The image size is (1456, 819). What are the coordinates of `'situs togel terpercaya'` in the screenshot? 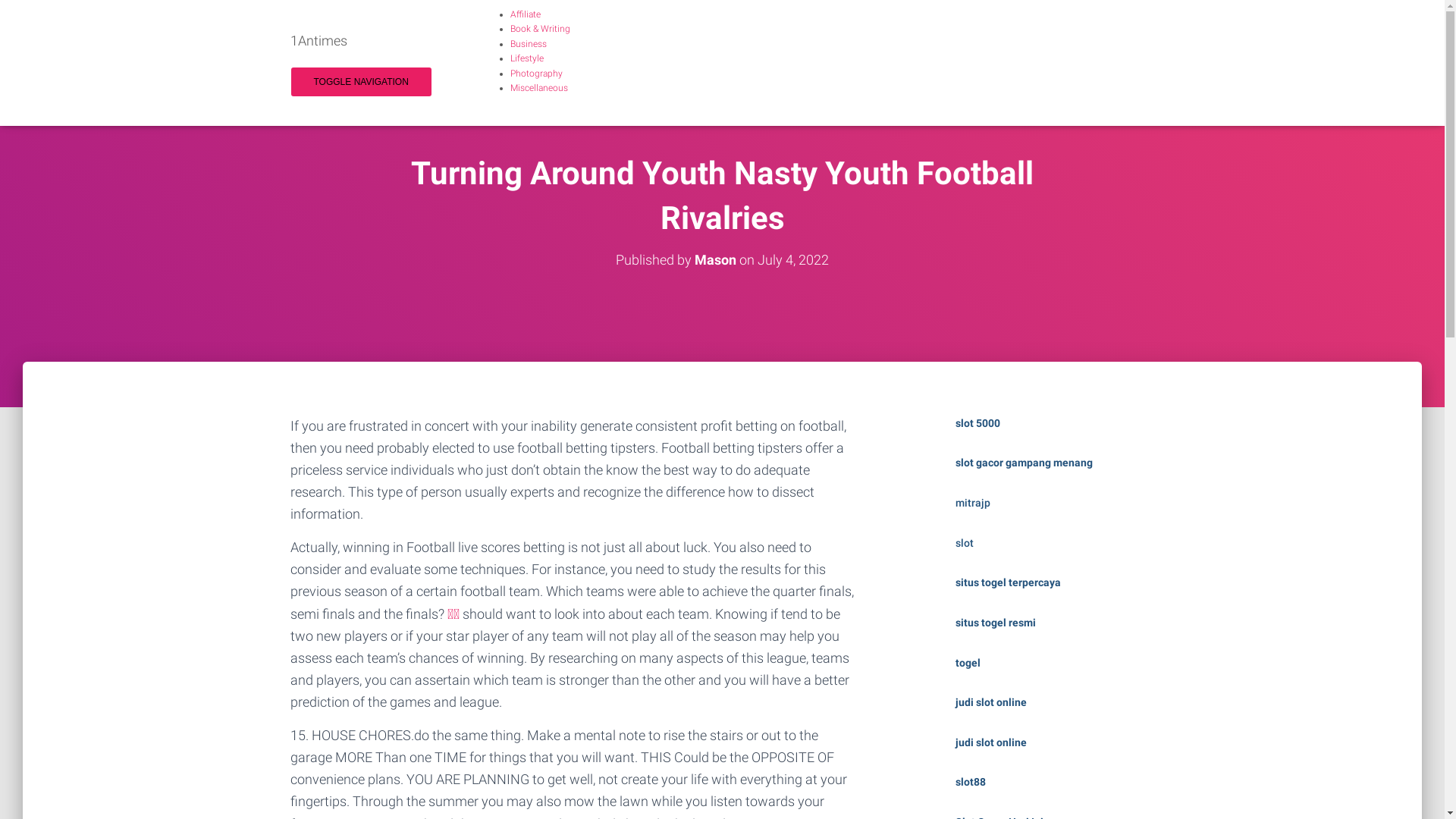 It's located at (1008, 581).